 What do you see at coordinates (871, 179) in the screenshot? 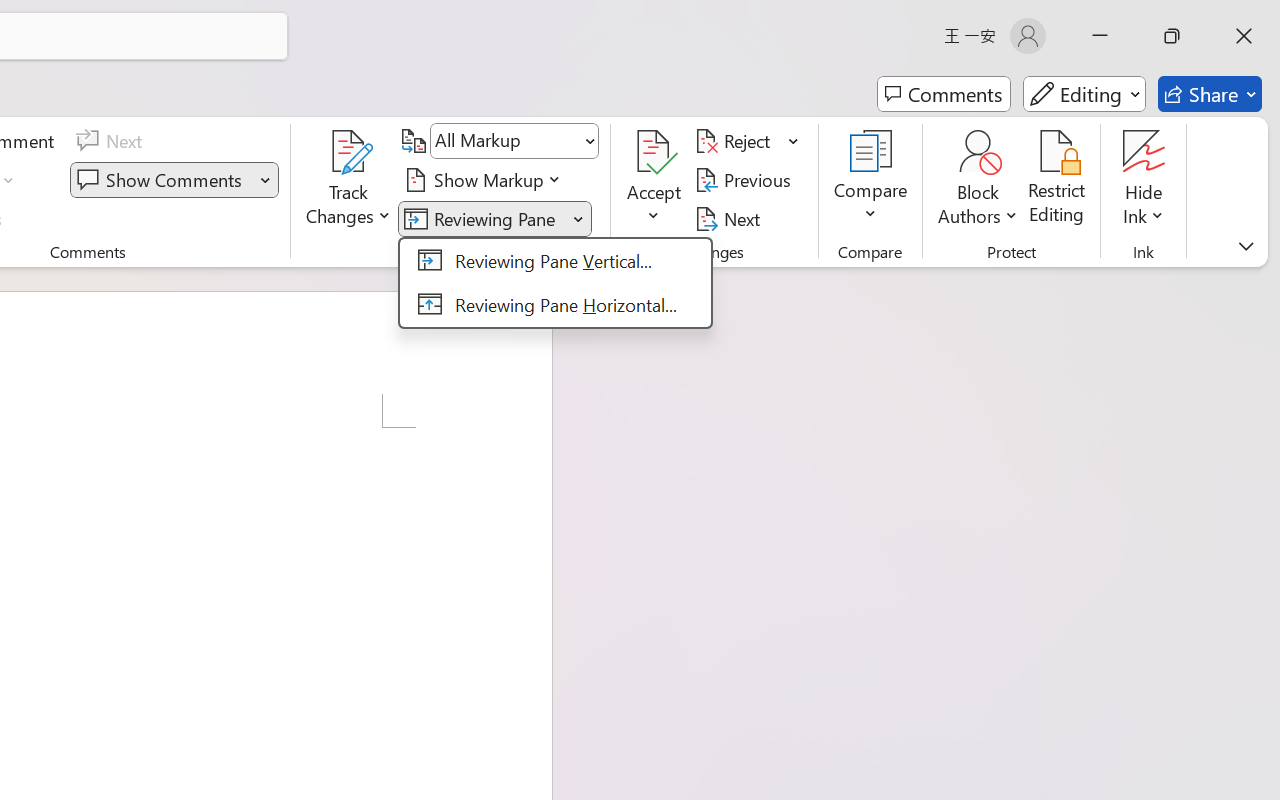
I see `'Compare'` at bounding box center [871, 179].